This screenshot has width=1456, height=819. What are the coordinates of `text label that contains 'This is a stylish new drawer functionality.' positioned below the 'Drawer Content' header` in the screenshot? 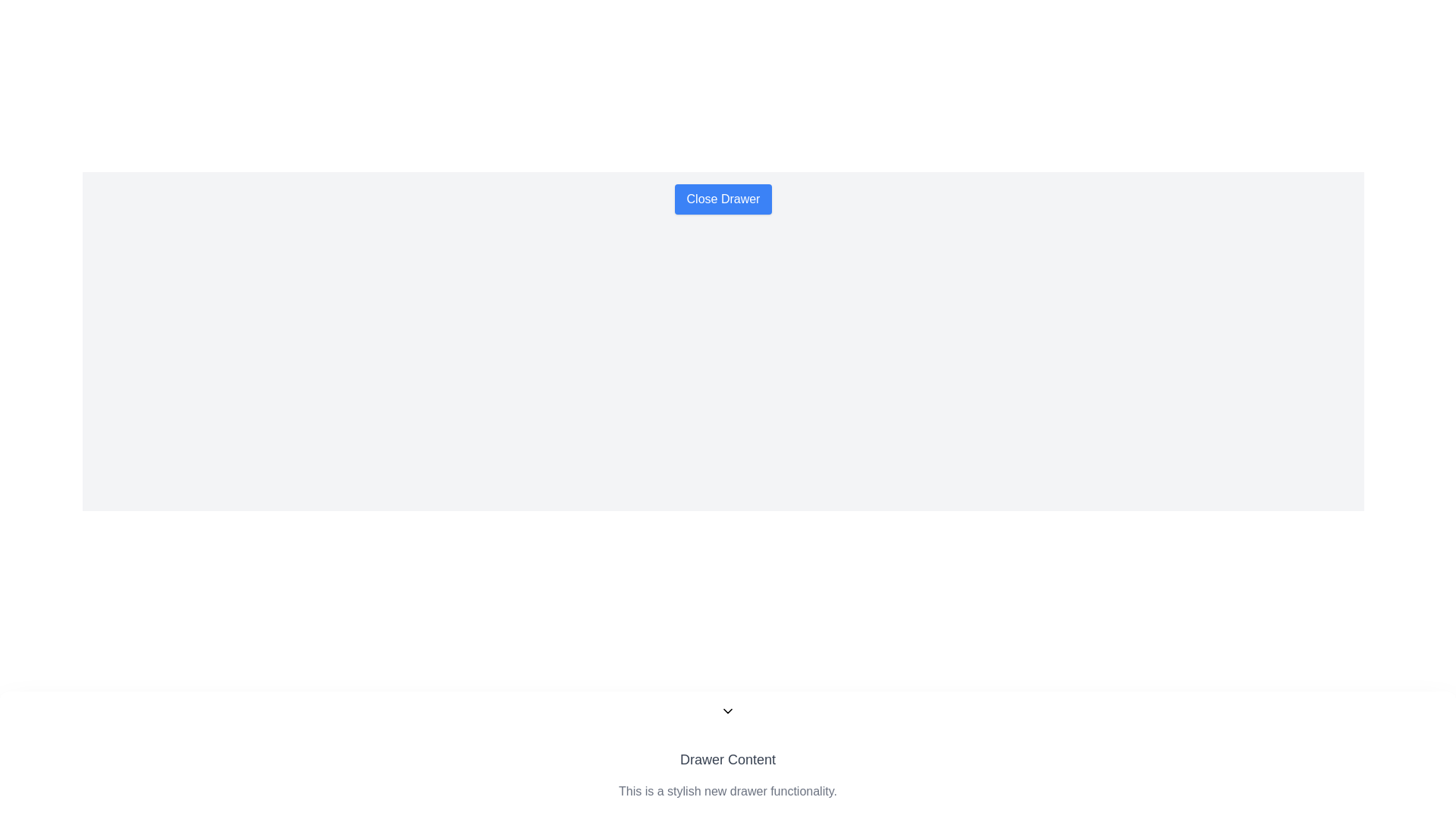 It's located at (728, 791).